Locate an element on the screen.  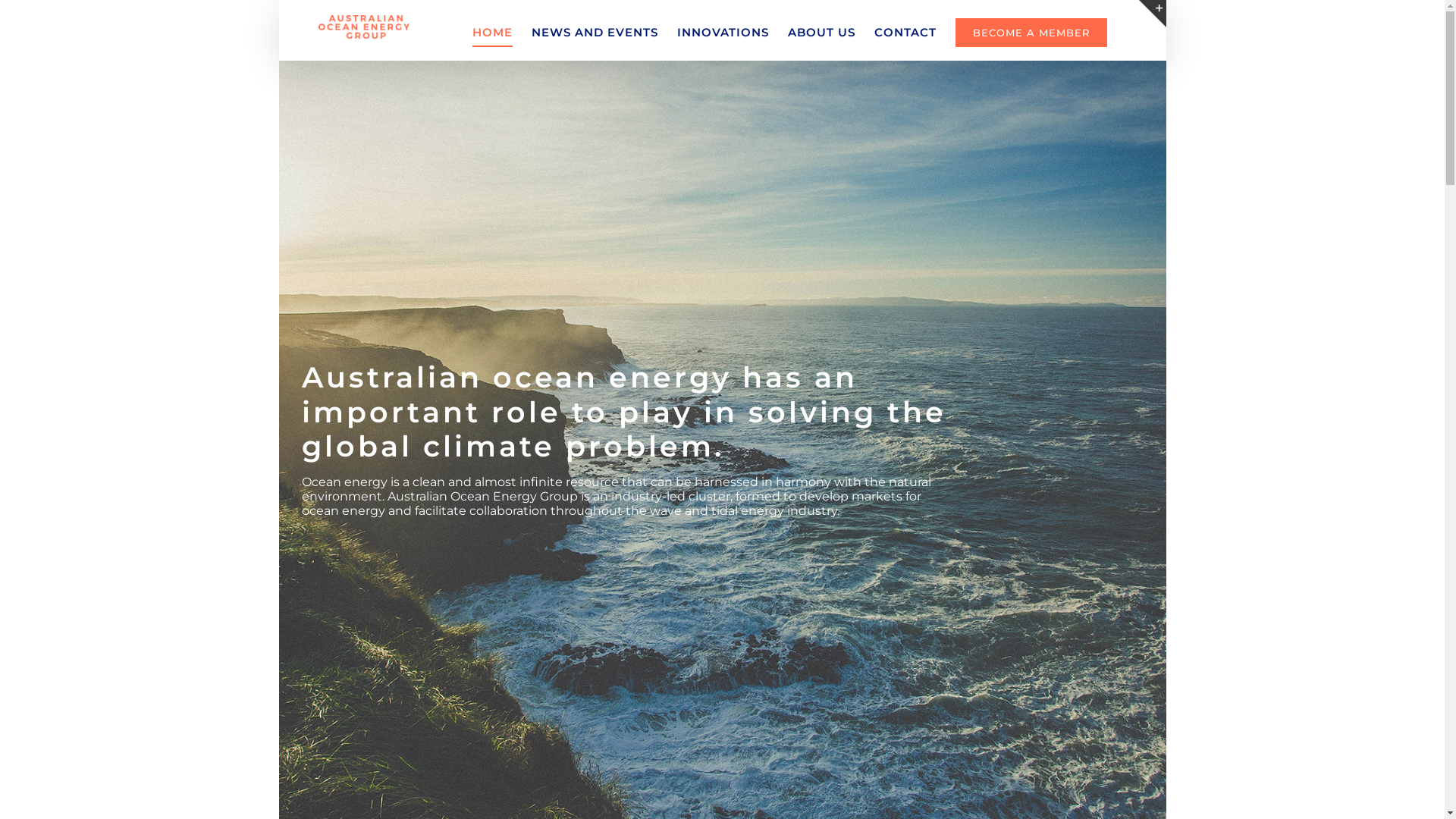
'Toggle Sliding Bar Area' is located at coordinates (1153, 14).